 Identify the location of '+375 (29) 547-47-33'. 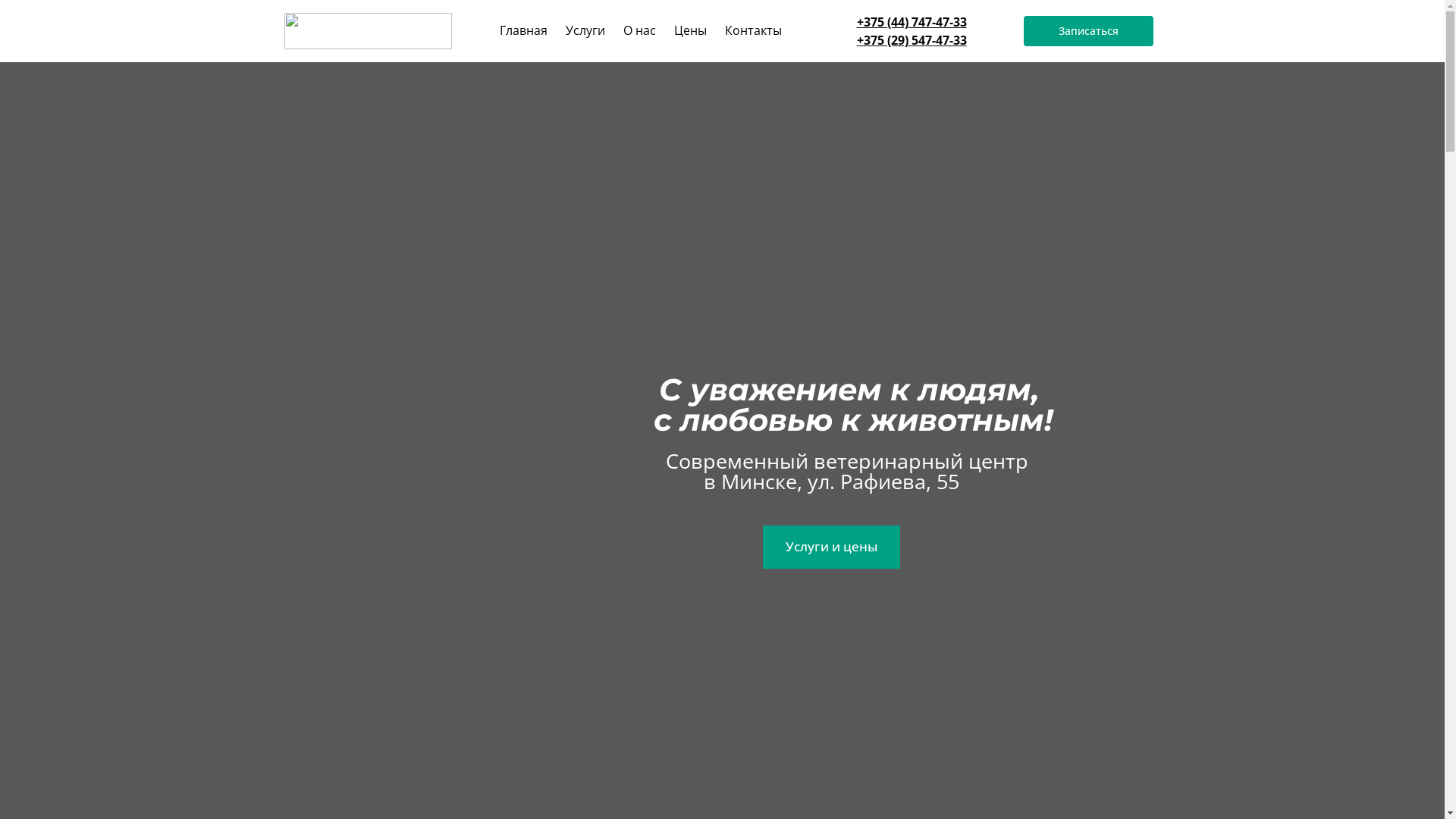
(911, 39).